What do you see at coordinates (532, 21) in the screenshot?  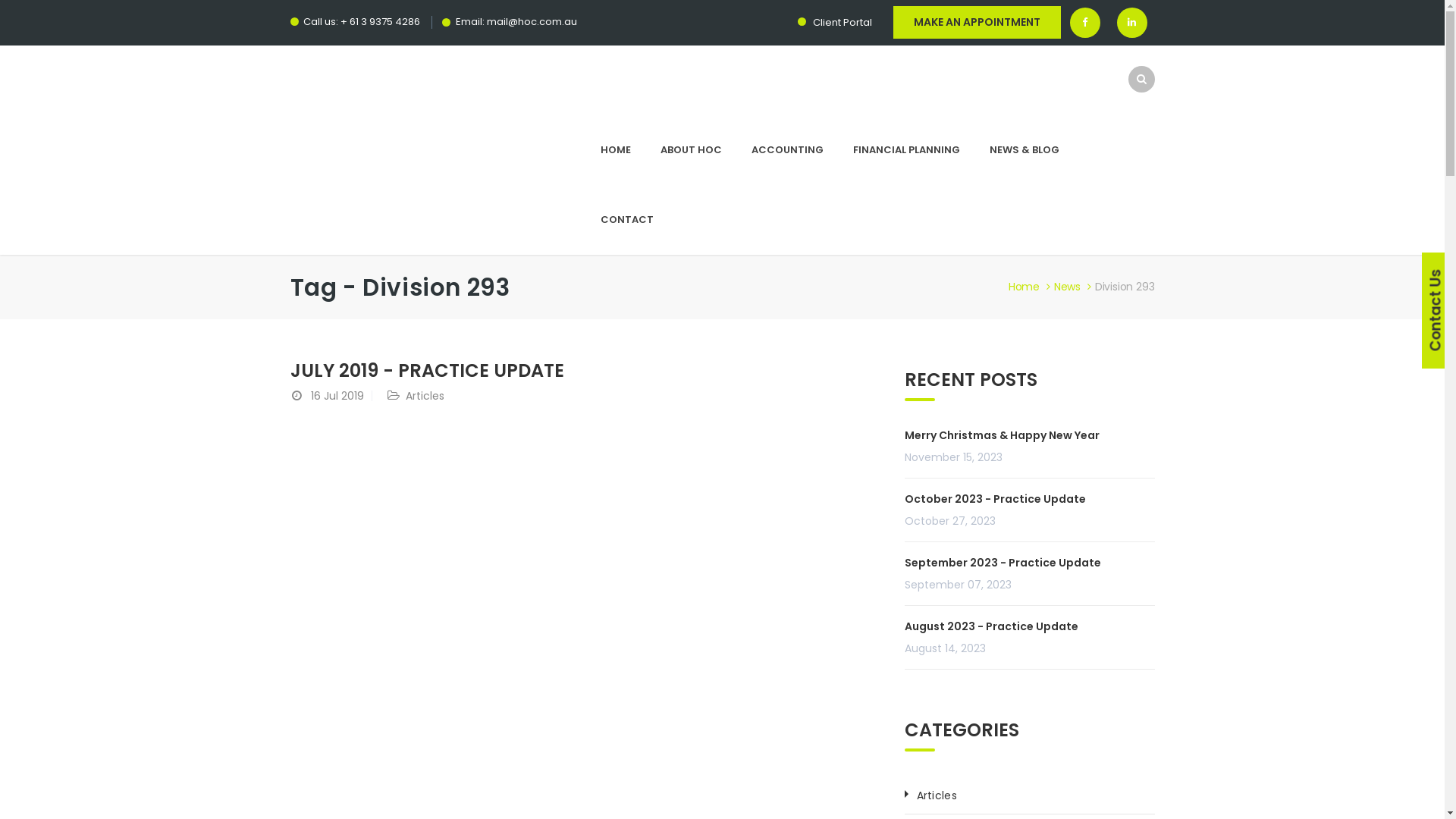 I see `'mail@hoc.com.au'` at bounding box center [532, 21].